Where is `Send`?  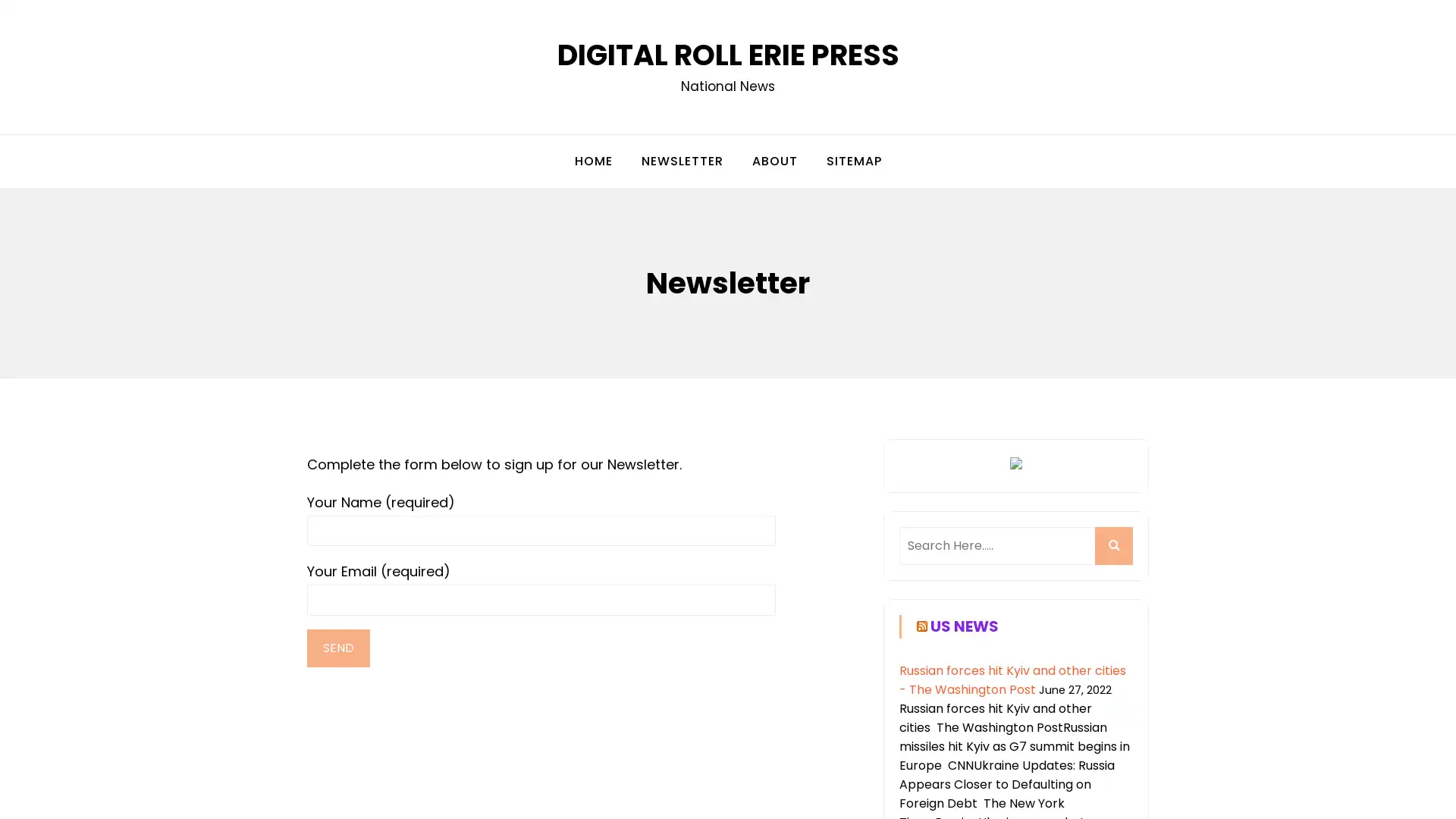
Send is located at coordinates (337, 648).